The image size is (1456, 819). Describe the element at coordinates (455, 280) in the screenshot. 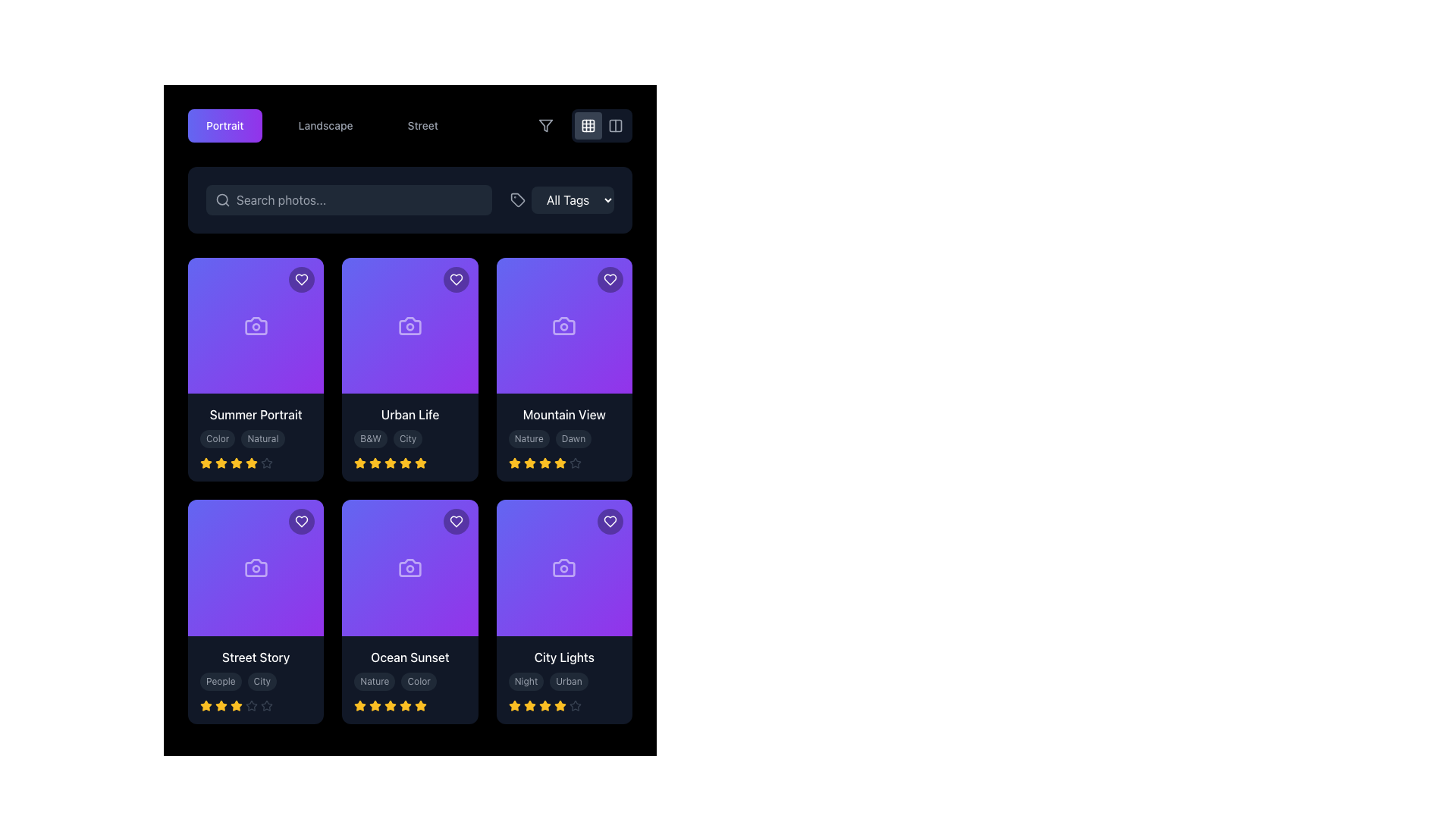

I see `the heart icon styled as an outline within a circular button in the top-right corner of the second card to mark the item as favorite` at that location.